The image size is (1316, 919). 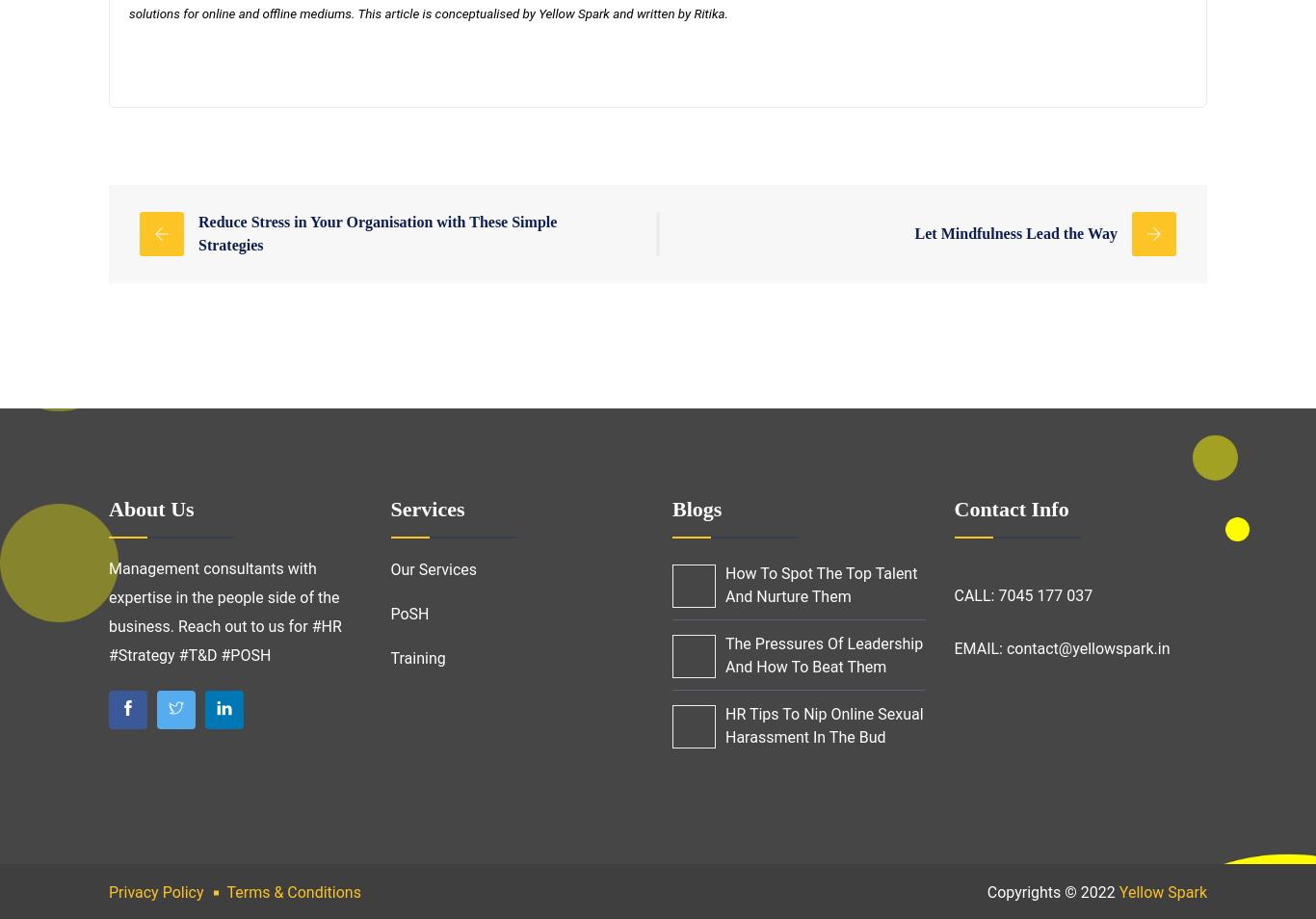 I want to click on 'HR Tips to Nip Online Sexual Harassment in the Bud', so click(x=823, y=725).